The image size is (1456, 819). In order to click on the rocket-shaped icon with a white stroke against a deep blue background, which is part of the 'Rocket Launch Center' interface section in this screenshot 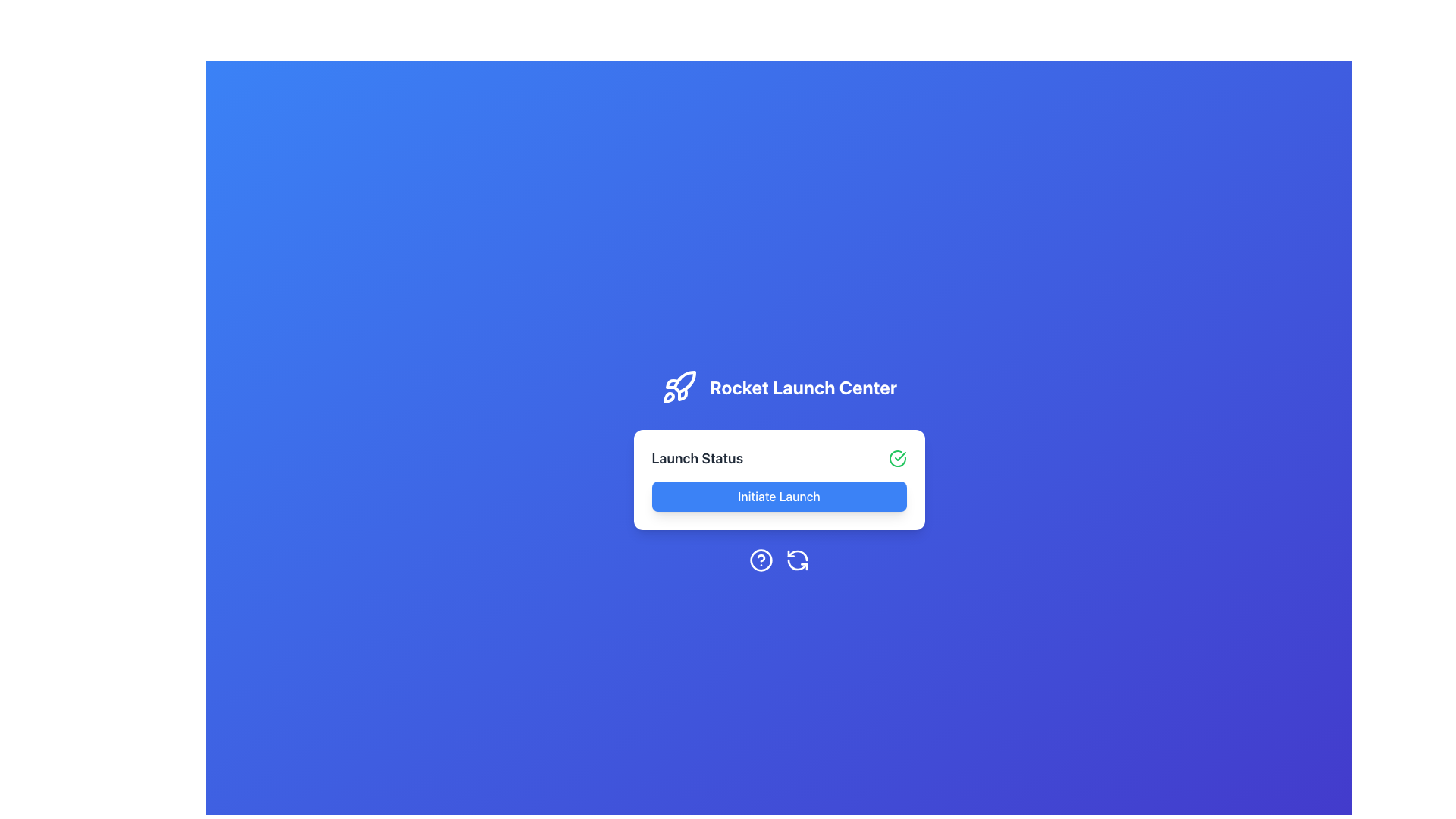, I will do `click(679, 386)`.